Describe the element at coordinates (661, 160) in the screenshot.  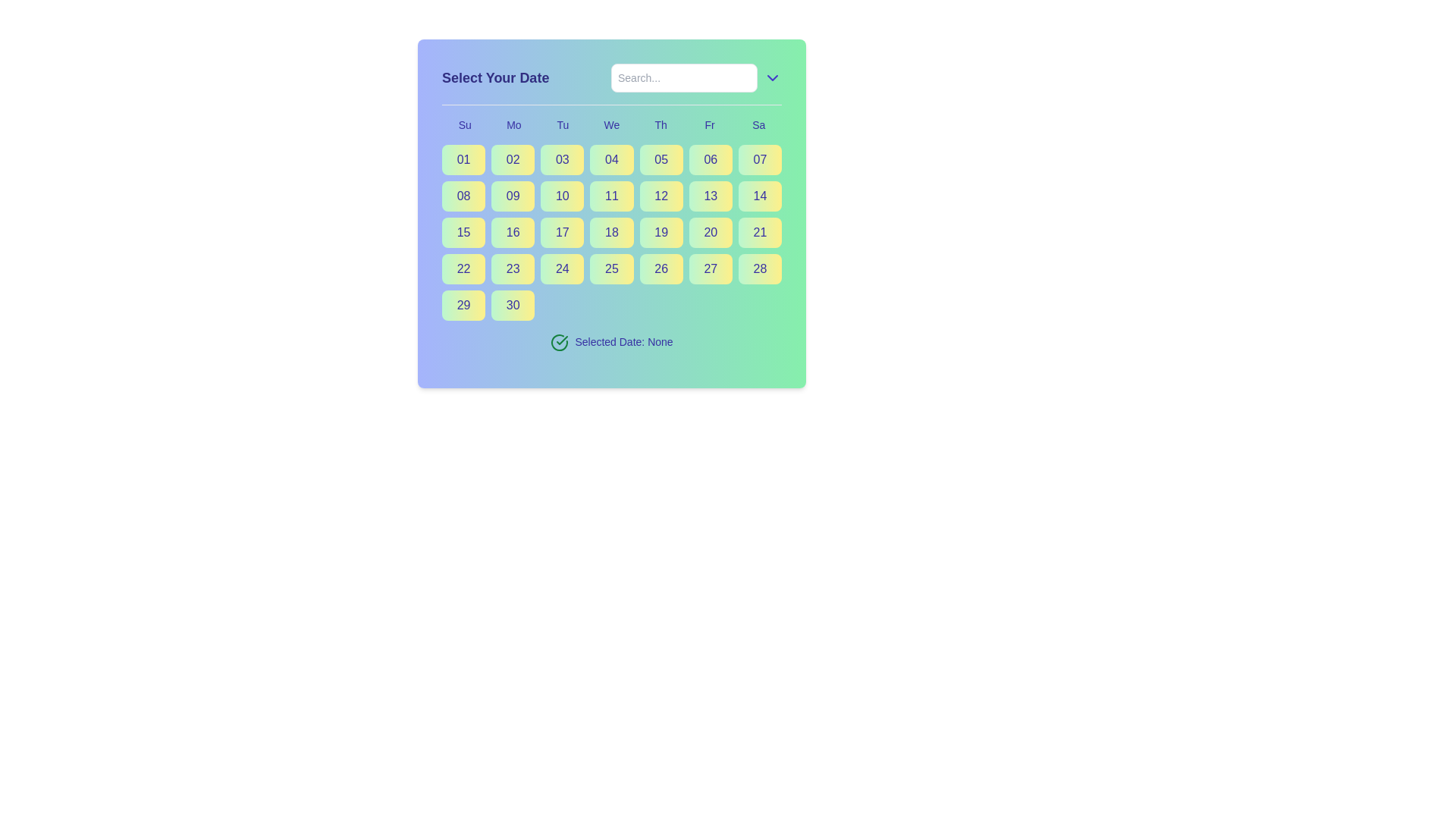
I see `the square button labeled '05' with a gradient background to indicate selection` at that location.